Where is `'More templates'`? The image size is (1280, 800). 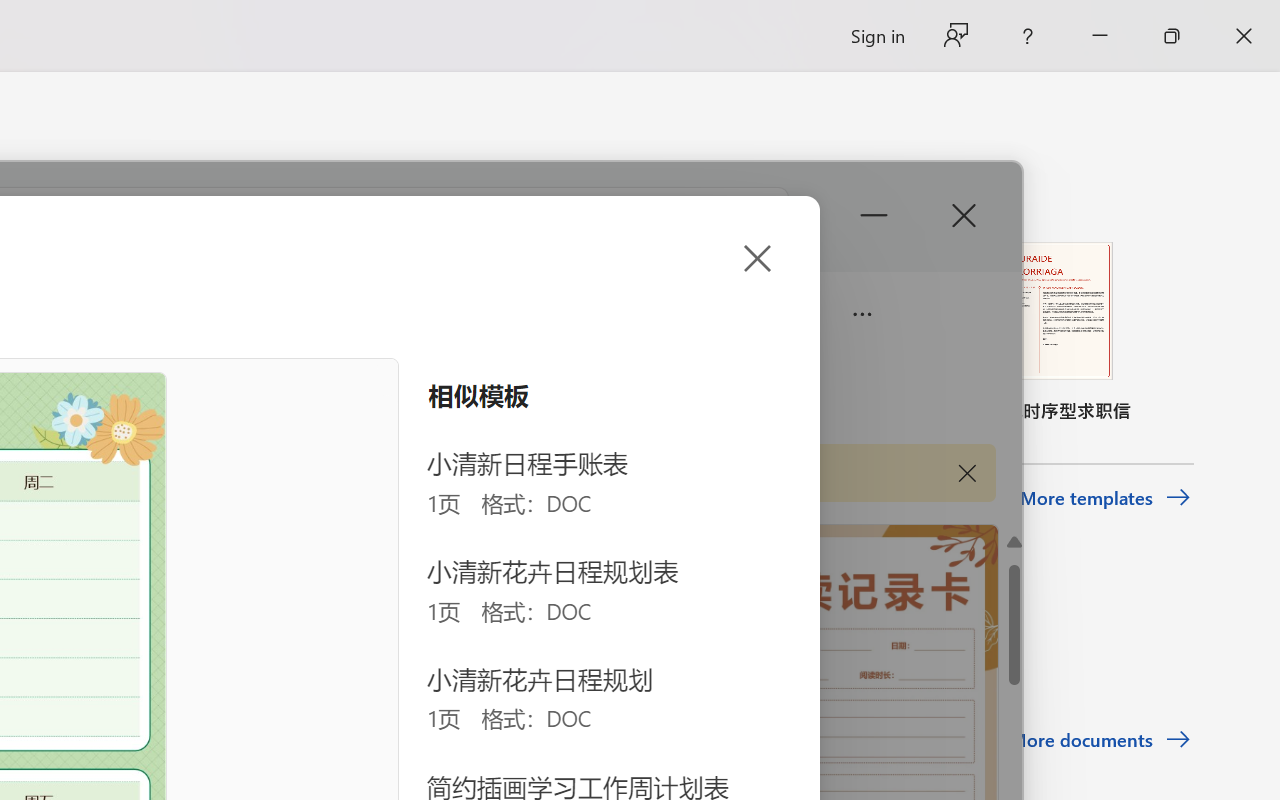 'More templates' is located at coordinates (1104, 498).